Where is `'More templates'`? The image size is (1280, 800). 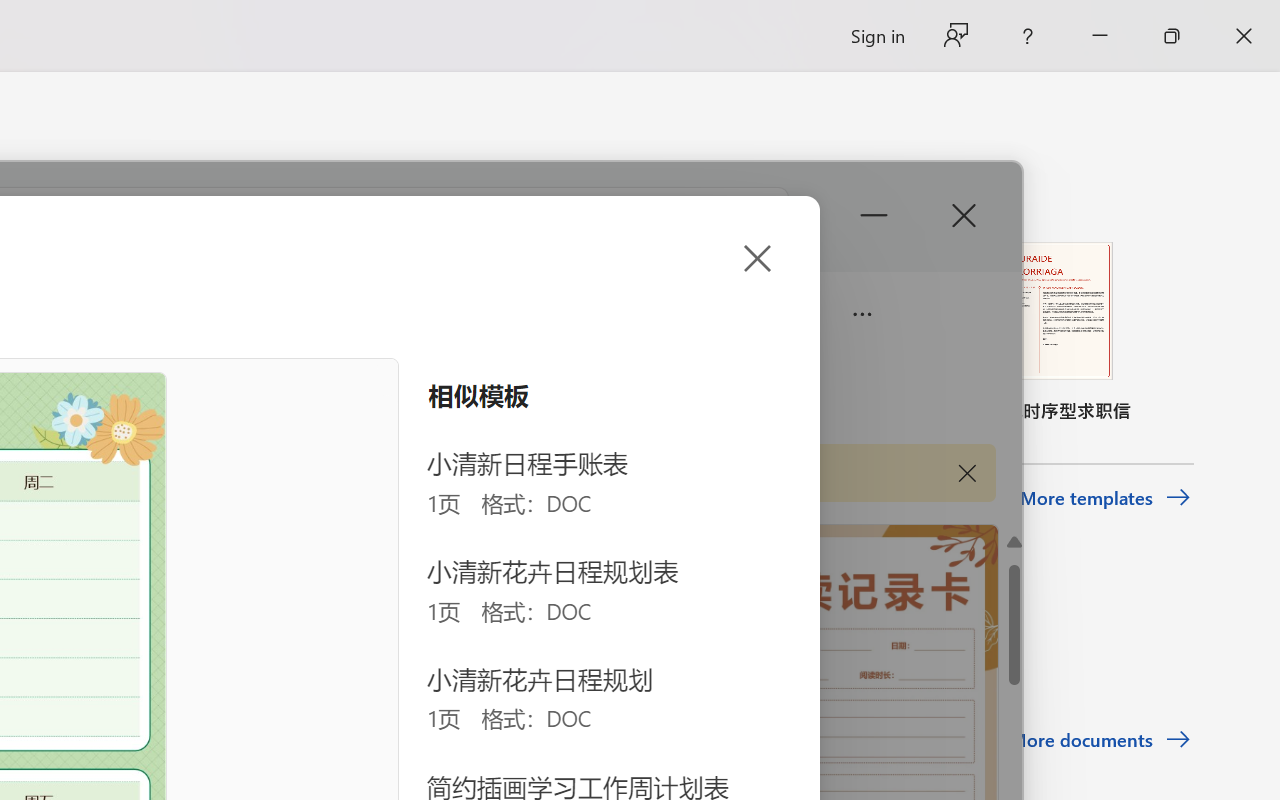 'More templates' is located at coordinates (1104, 498).